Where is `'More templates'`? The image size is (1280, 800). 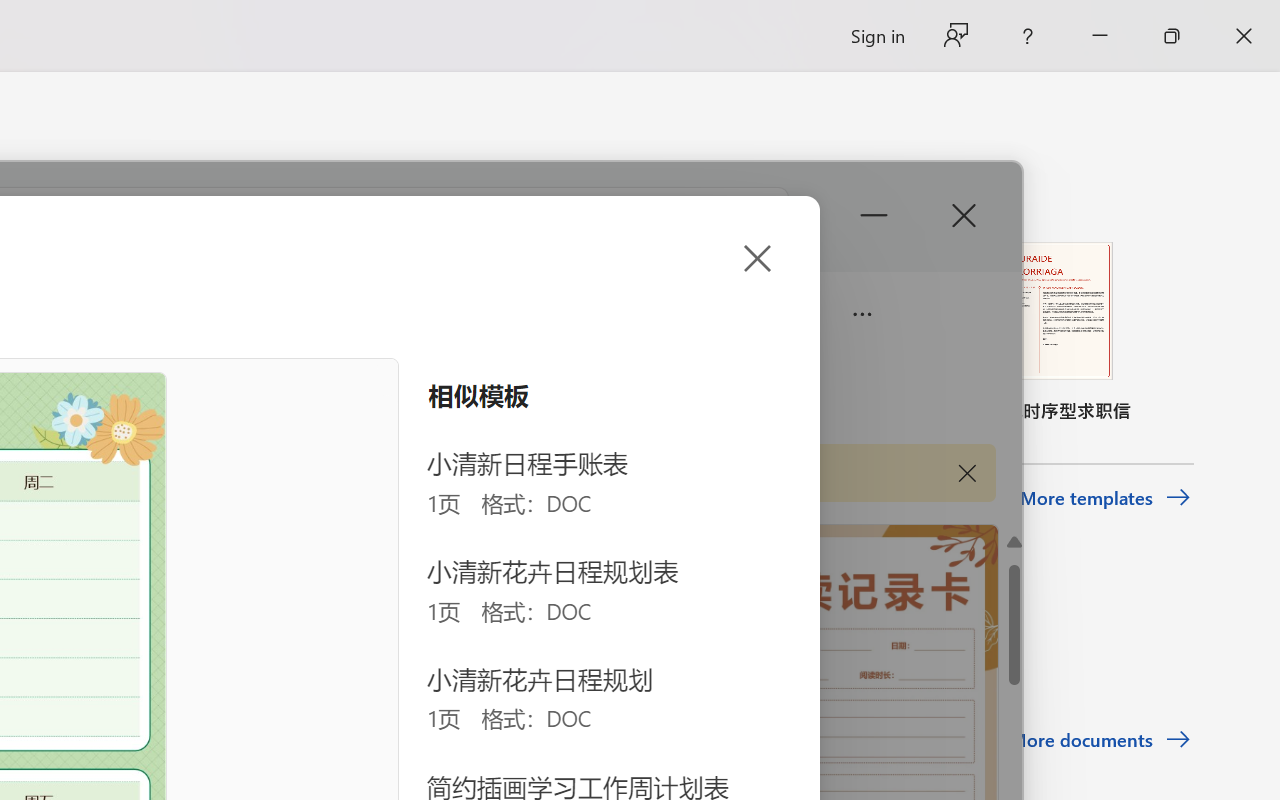 'More templates' is located at coordinates (1104, 498).